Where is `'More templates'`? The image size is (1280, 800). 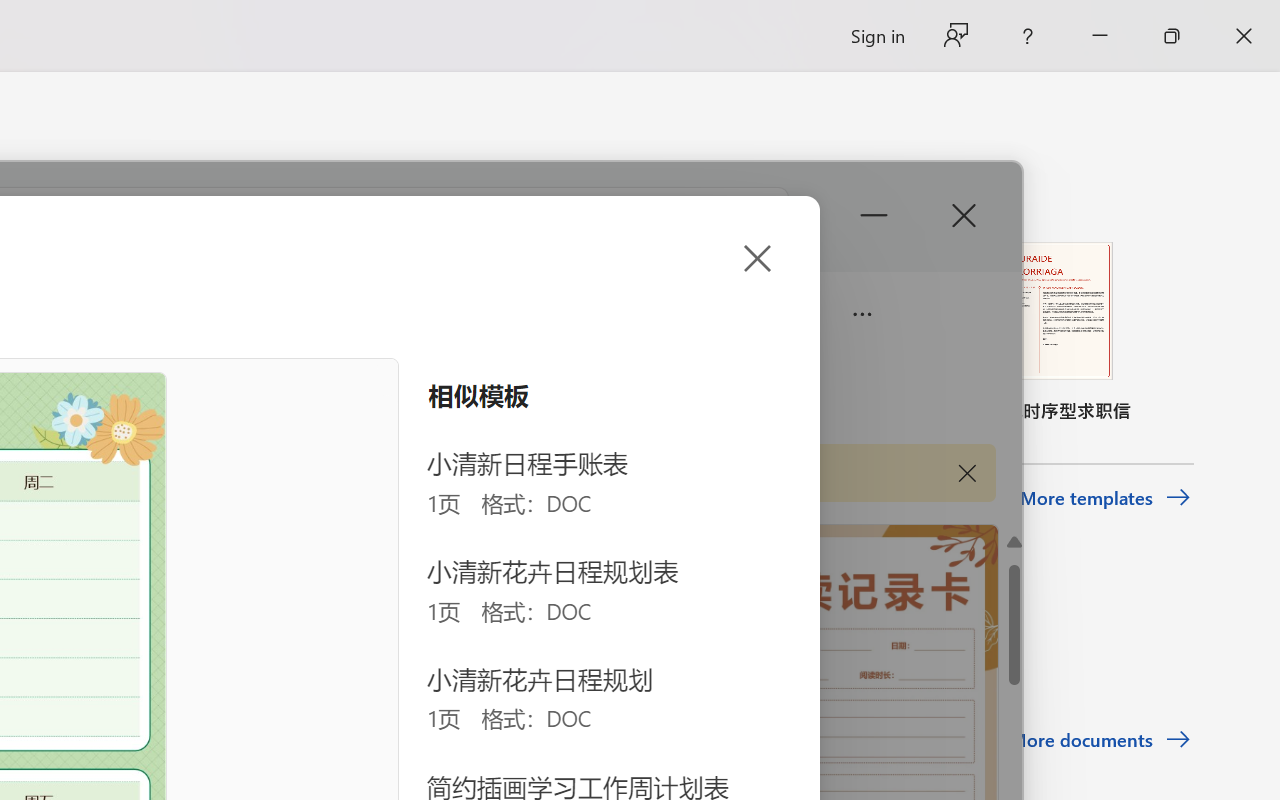 'More templates' is located at coordinates (1104, 498).